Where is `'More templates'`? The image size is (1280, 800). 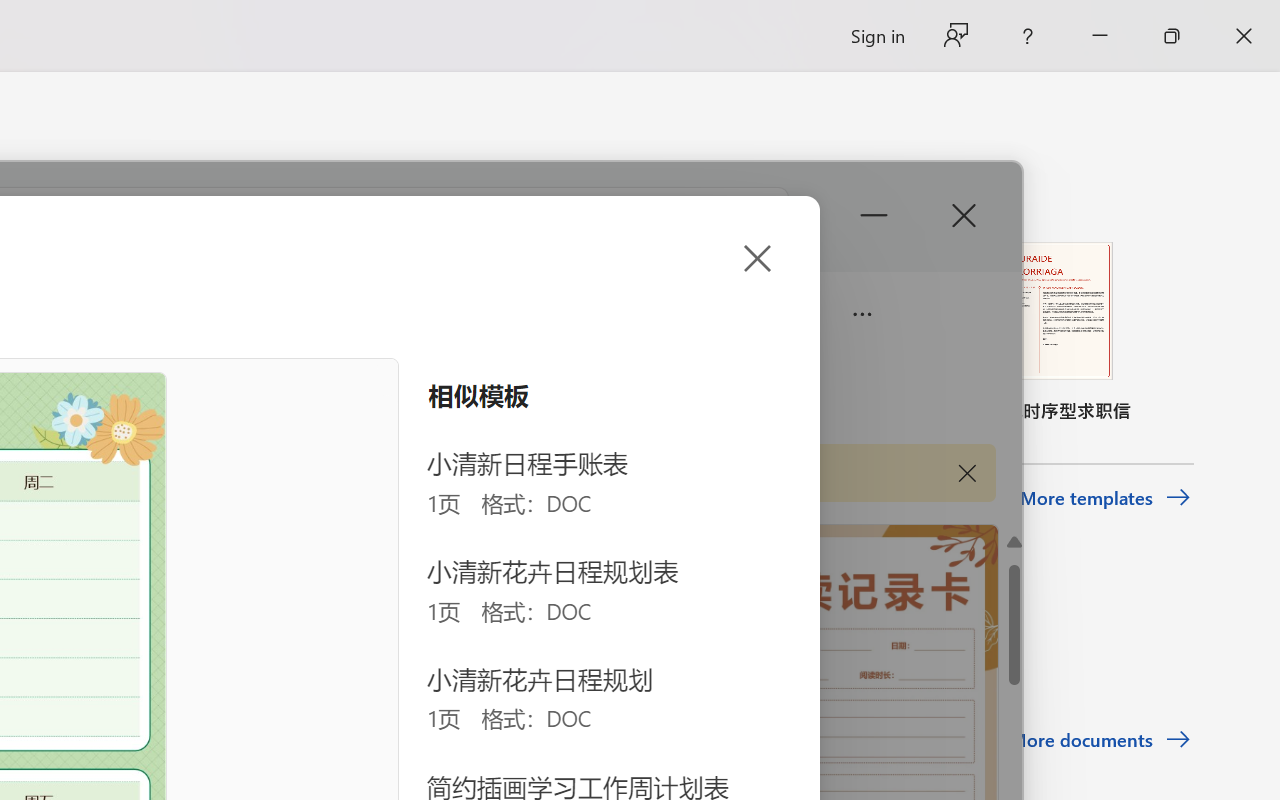 'More templates' is located at coordinates (1104, 498).